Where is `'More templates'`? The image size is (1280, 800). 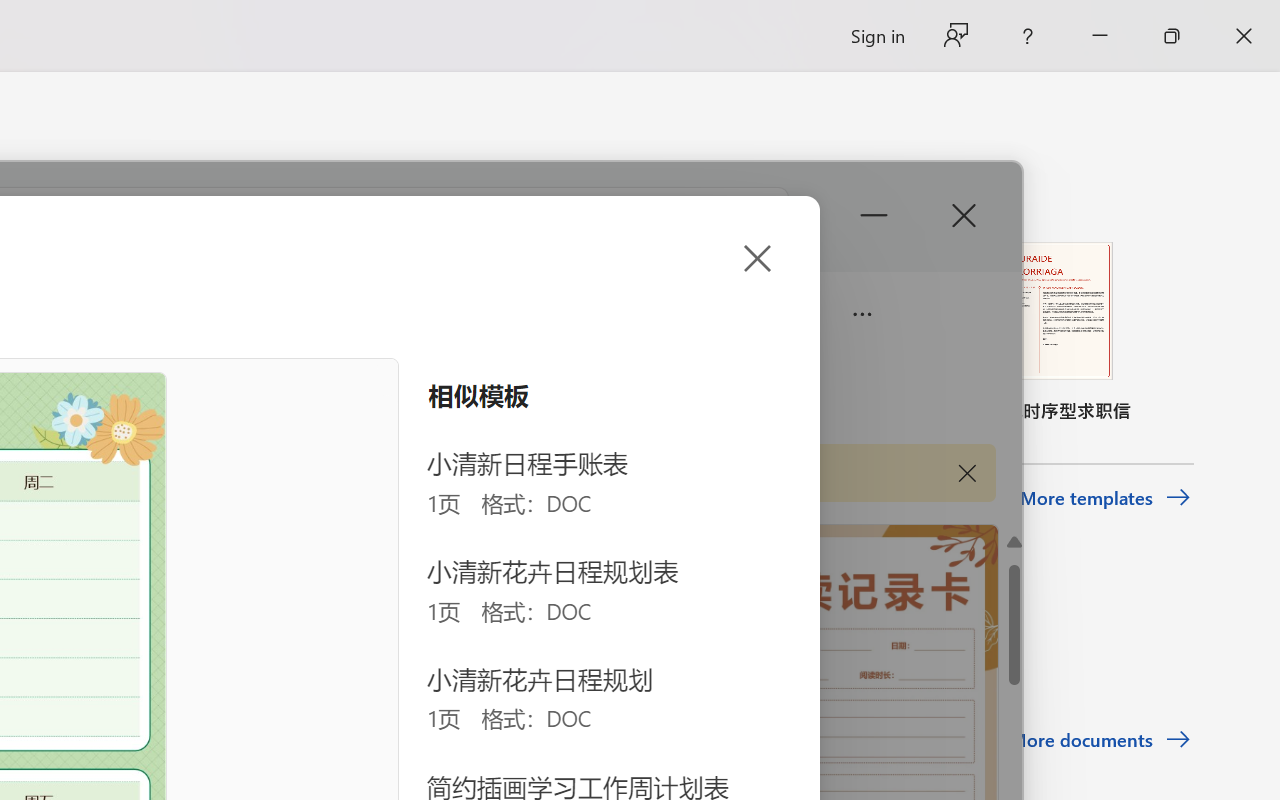 'More templates' is located at coordinates (1104, 498).